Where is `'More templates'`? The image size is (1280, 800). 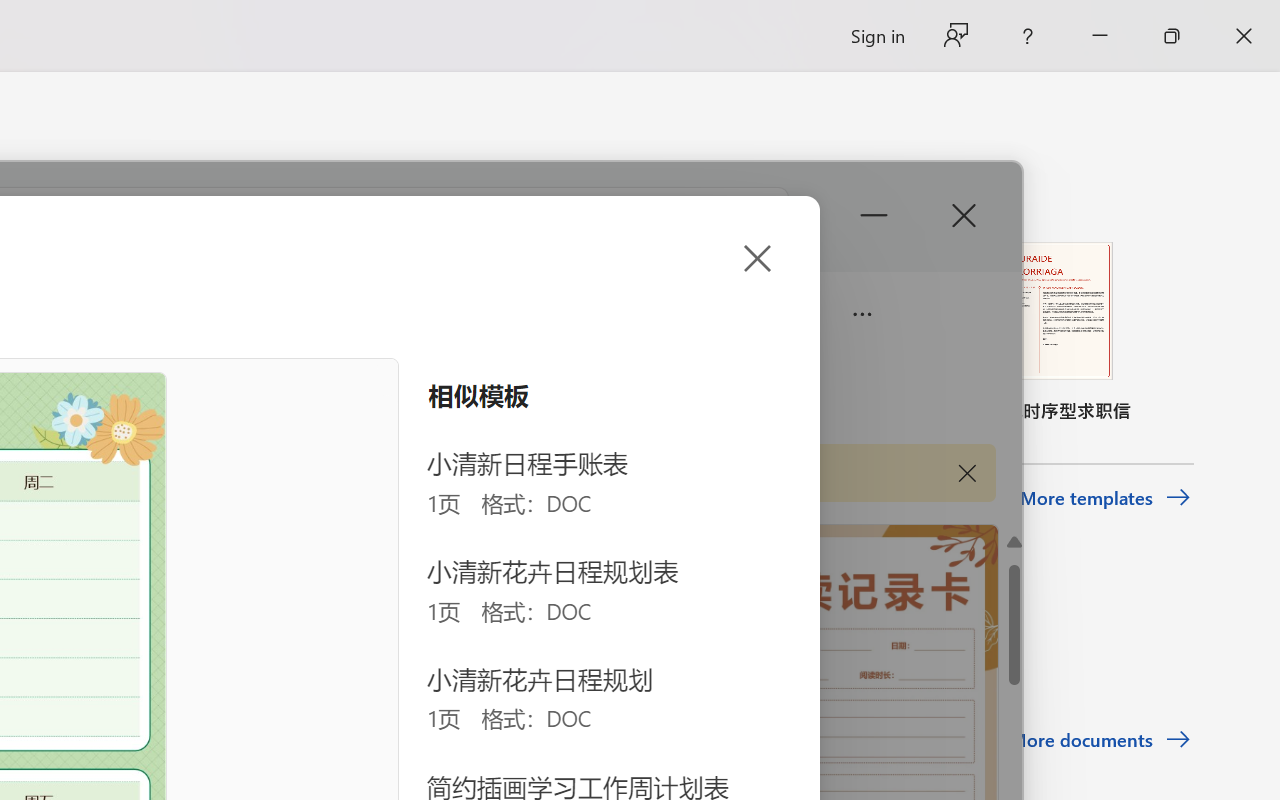 'More templates' is located at coordinates (1104, 498).